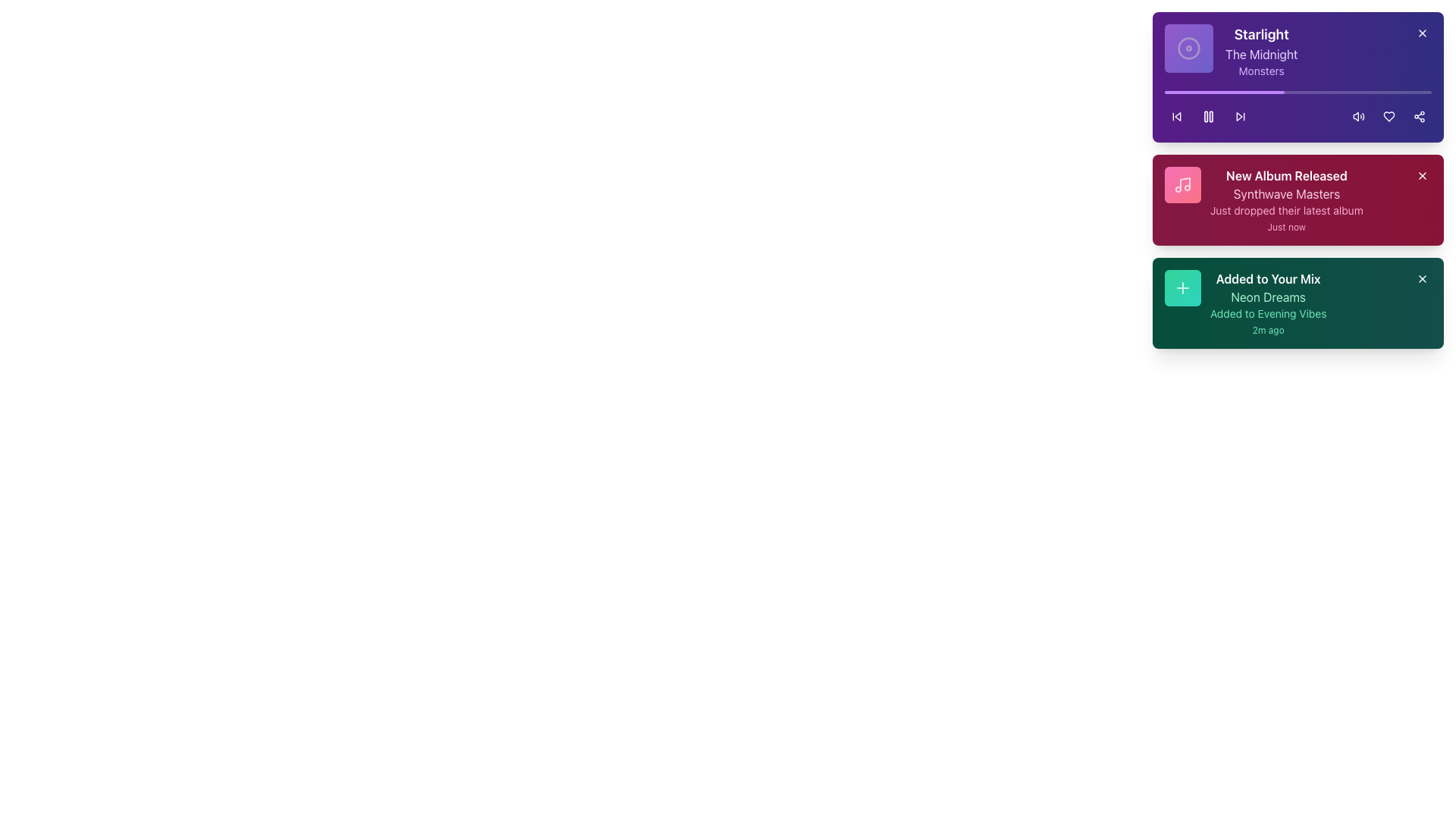  I want to click on the SVG icon in the top notification card titled 'Starlight', which serves as a visual identifier for playback or identification, located at the left-middle portion of the card, so click(1188, 48).